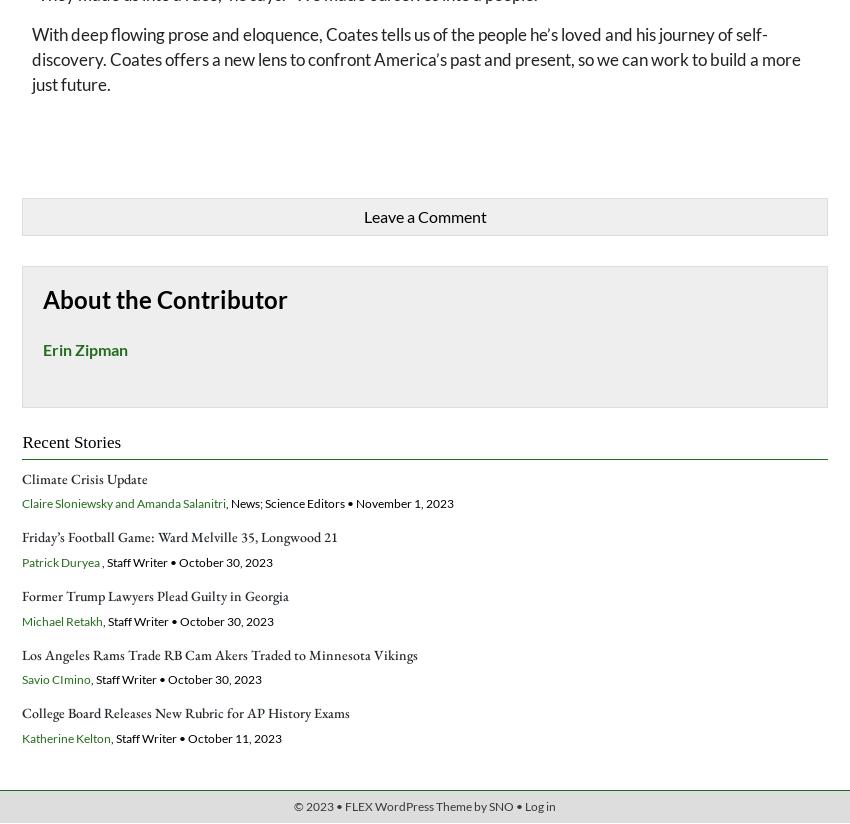  I want to click on 'SNO', so click(501, 805).